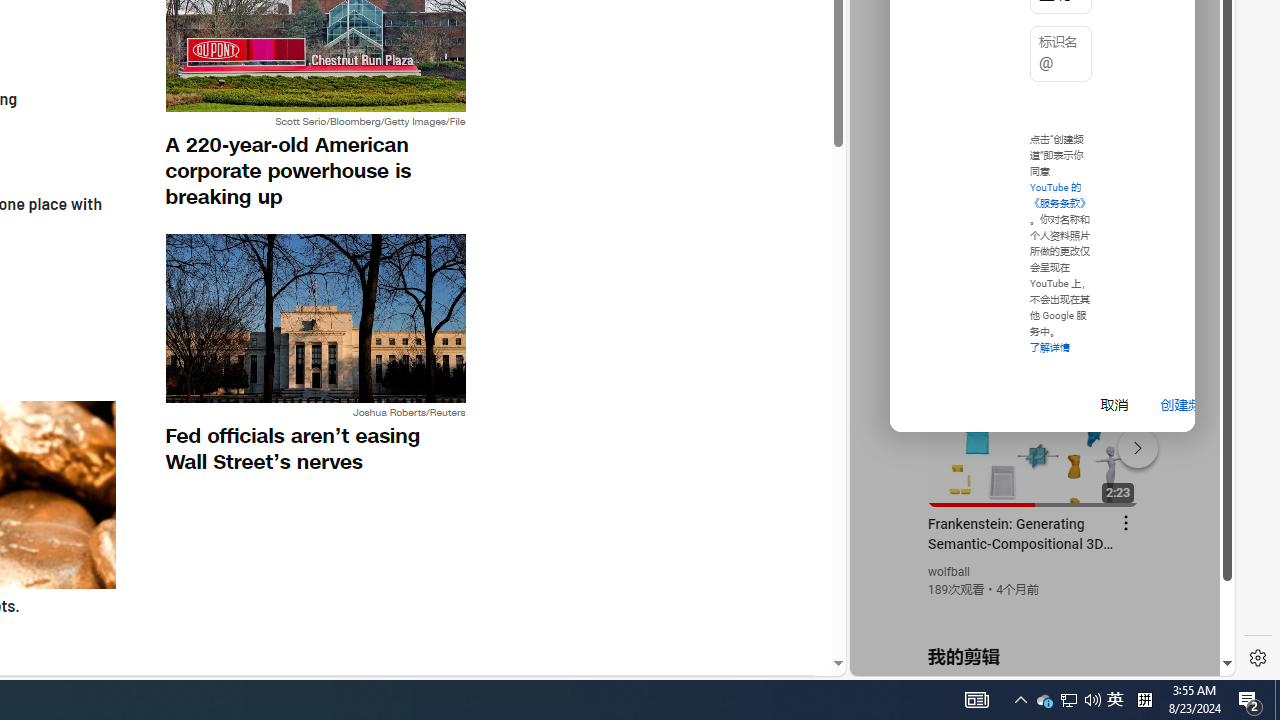 This screenshot has height=720, width=1280. I want to click on 'Click to scroll right', so click(1196, 82).